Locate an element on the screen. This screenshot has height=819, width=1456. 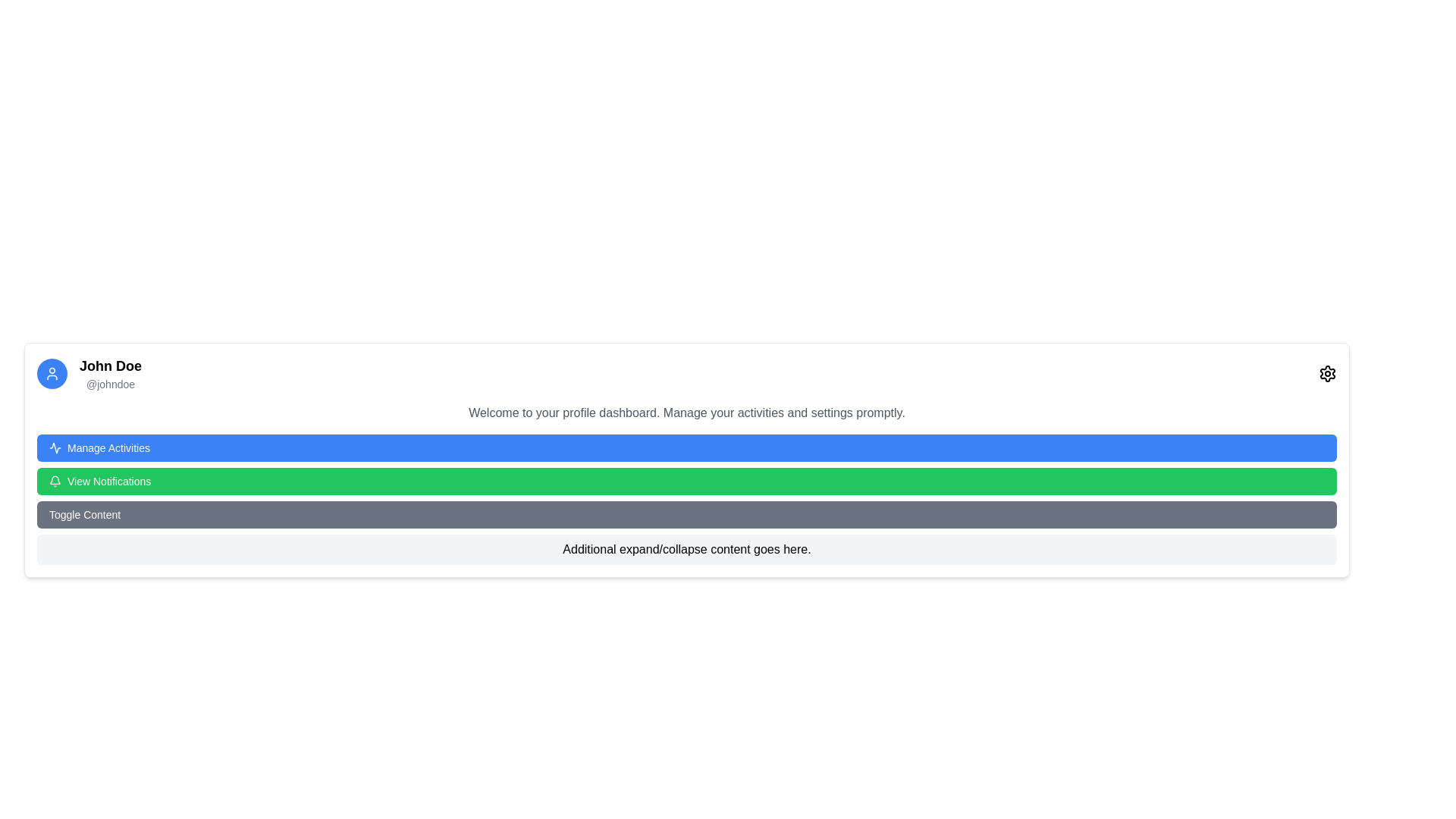
the Text Display element that shows the user's name and handle, located is located at coordinates (89, 374).